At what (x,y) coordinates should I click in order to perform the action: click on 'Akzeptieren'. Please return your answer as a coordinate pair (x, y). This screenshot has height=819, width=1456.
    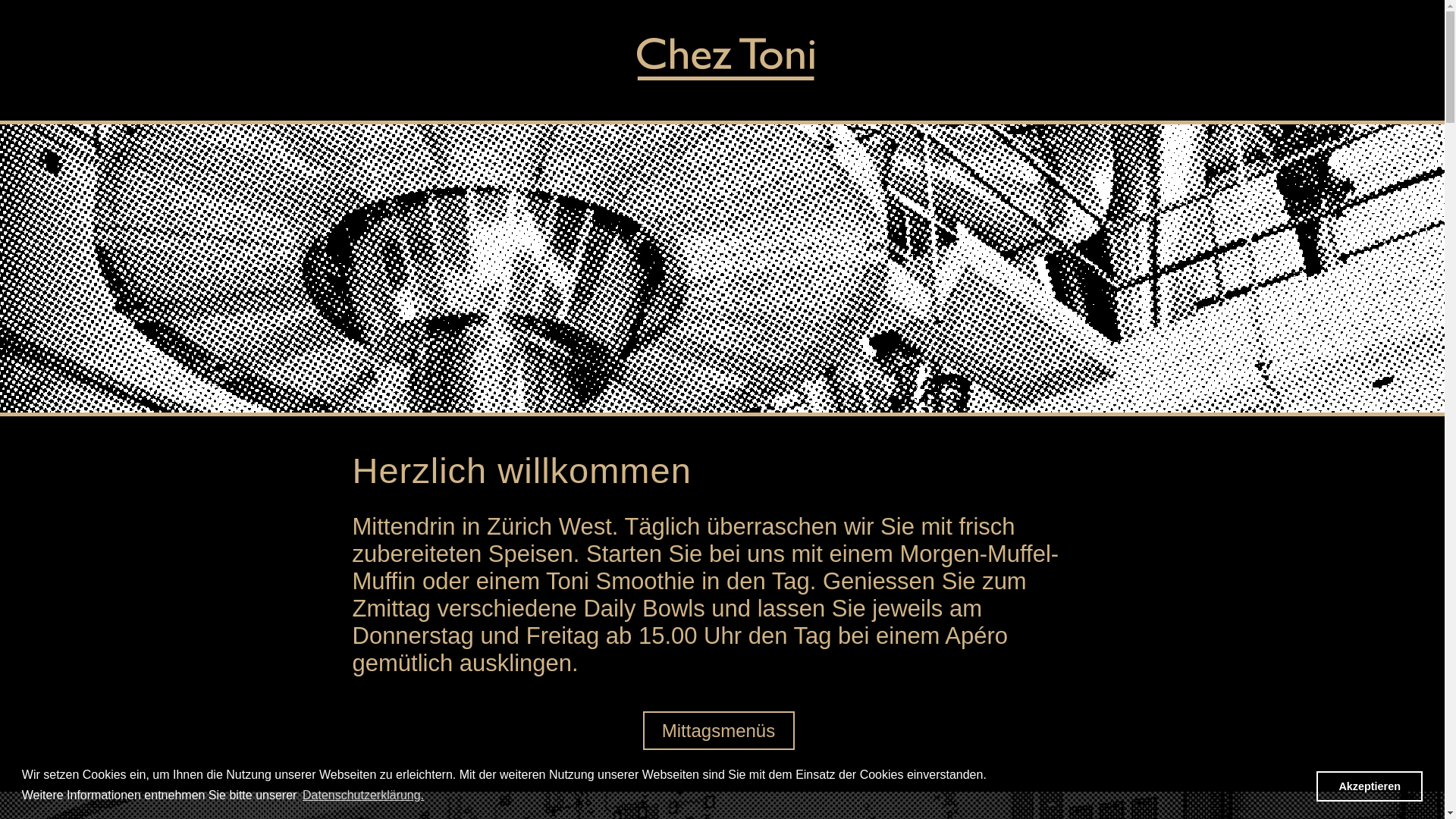
    Looking at the image, I should click on (1369, 786).